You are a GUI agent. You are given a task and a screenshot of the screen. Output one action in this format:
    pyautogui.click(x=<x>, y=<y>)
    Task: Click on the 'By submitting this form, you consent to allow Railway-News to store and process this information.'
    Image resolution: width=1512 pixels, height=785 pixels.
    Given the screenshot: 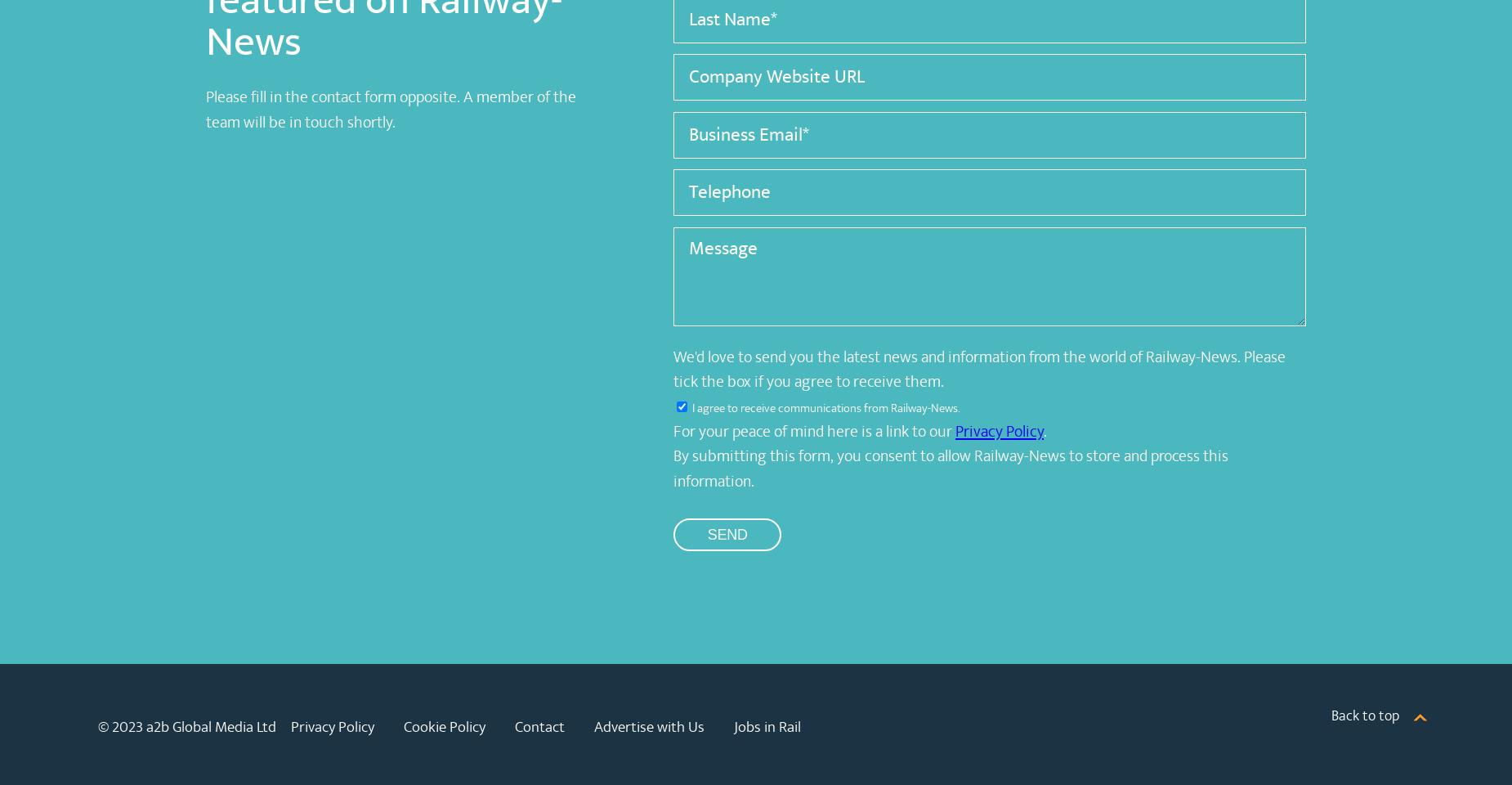 What is the action you would take?
    pyautogui.click(x=950, y=469)
    